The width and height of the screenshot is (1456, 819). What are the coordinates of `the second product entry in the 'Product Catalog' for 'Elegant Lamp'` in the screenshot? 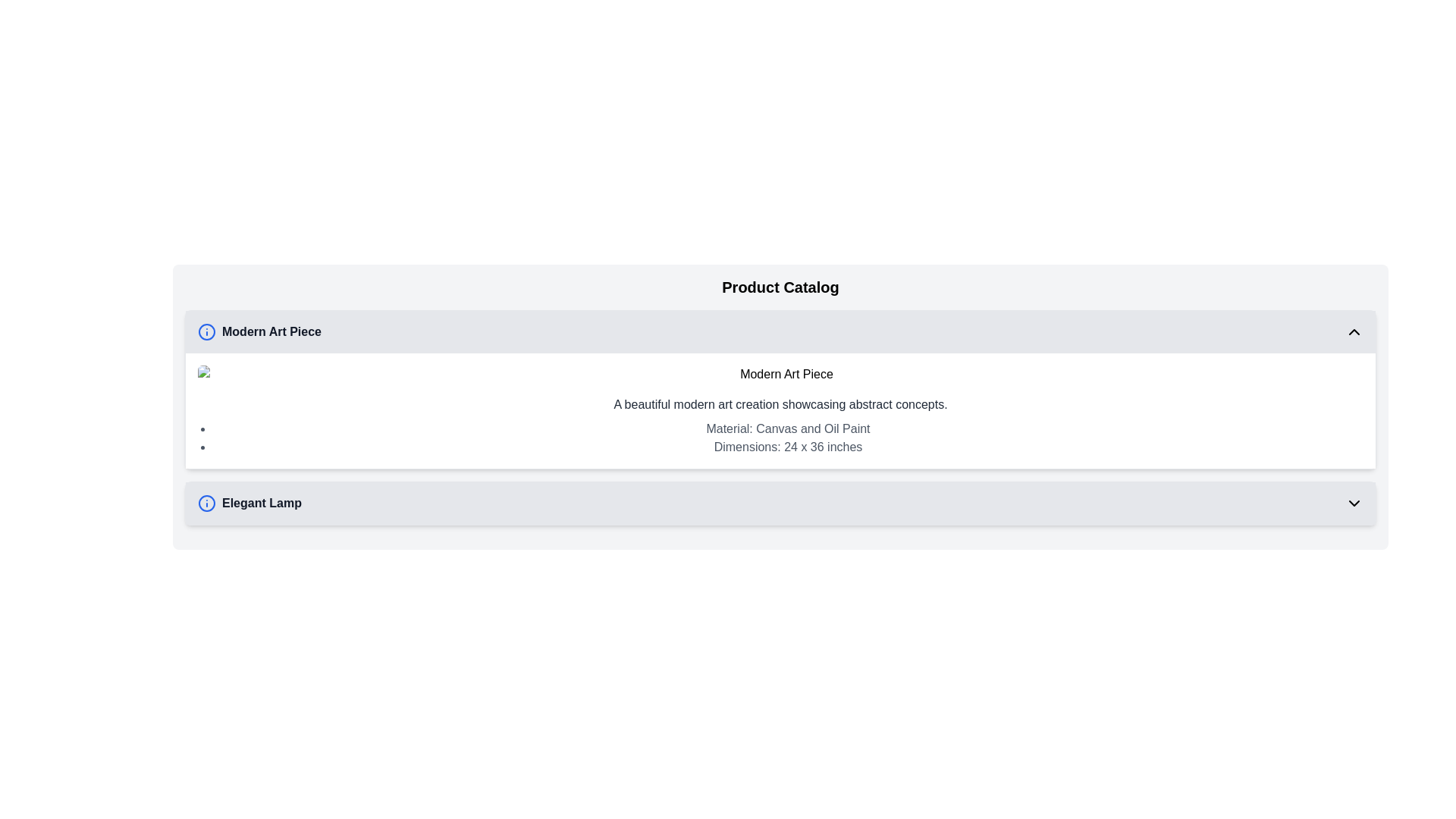 It's located at (780, 503).